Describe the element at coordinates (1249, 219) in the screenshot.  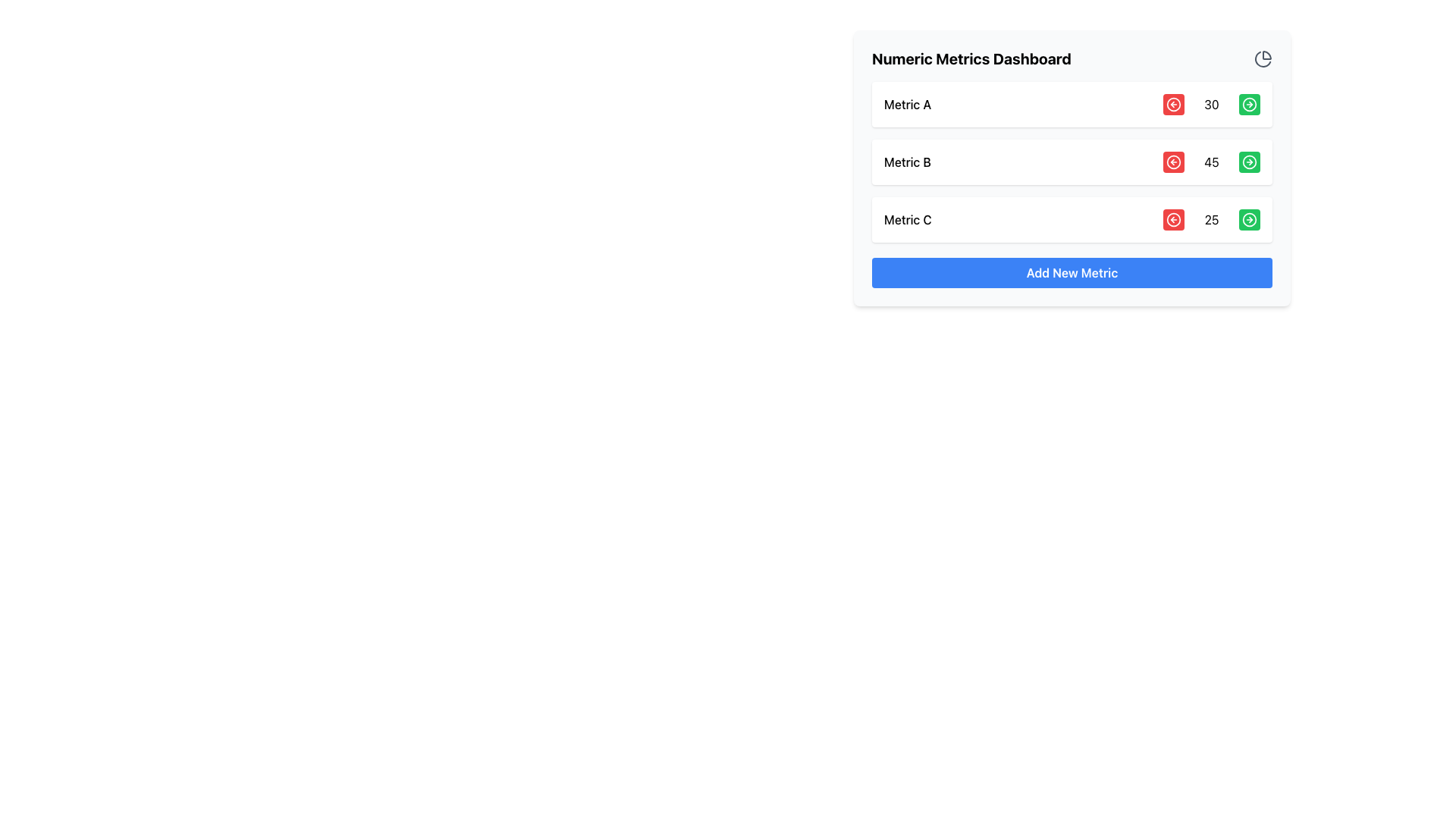
I see `the green circular button containing a right-pointing arrow icon located to the right of the text '25' in the bottommost row of the metrics dashboard` at that location.